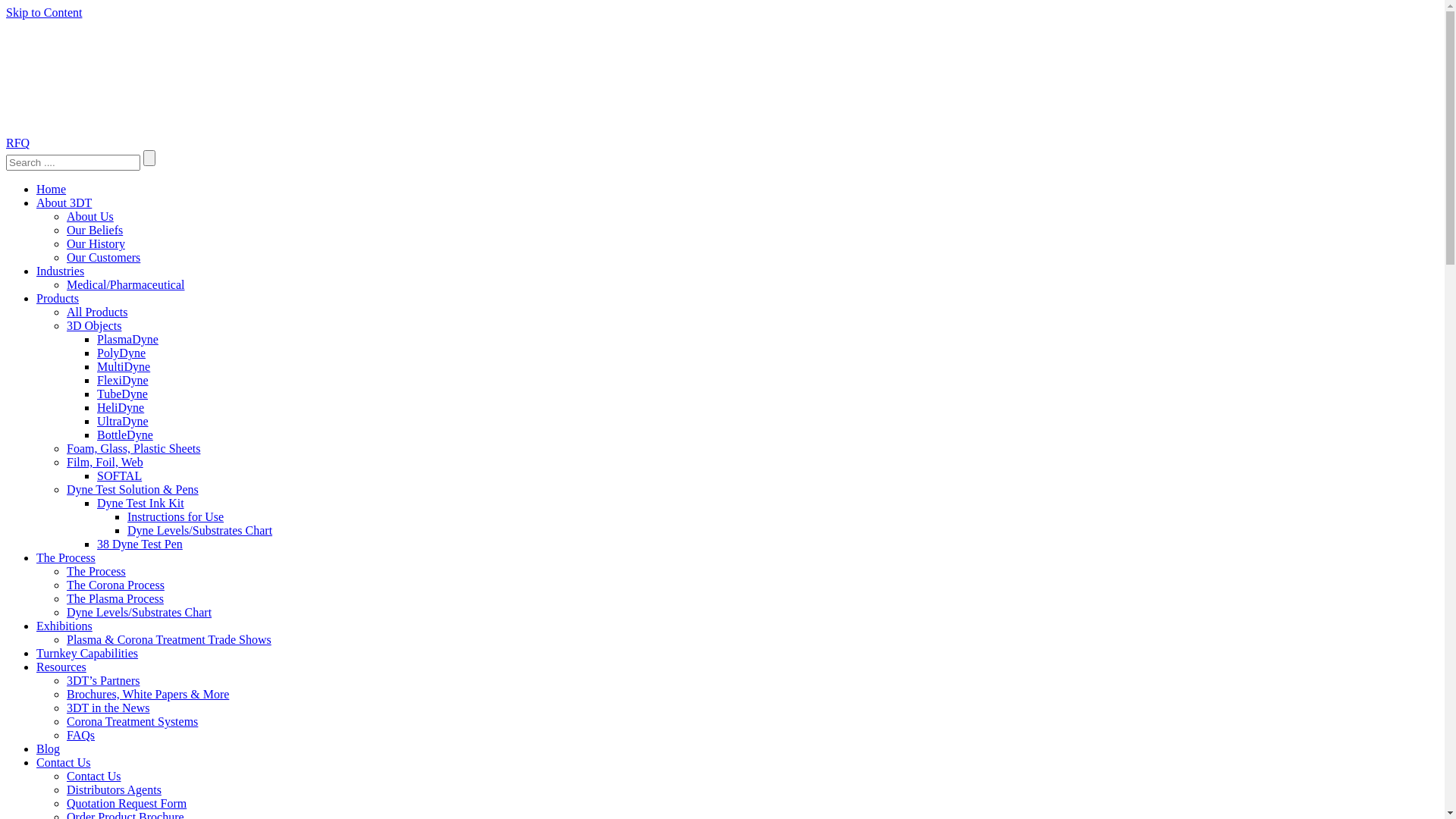 Image resolution: width=1456 pixels, height=819 pixels. I want to click on 'Medical/Pharmaceutical', so click(125, 284).